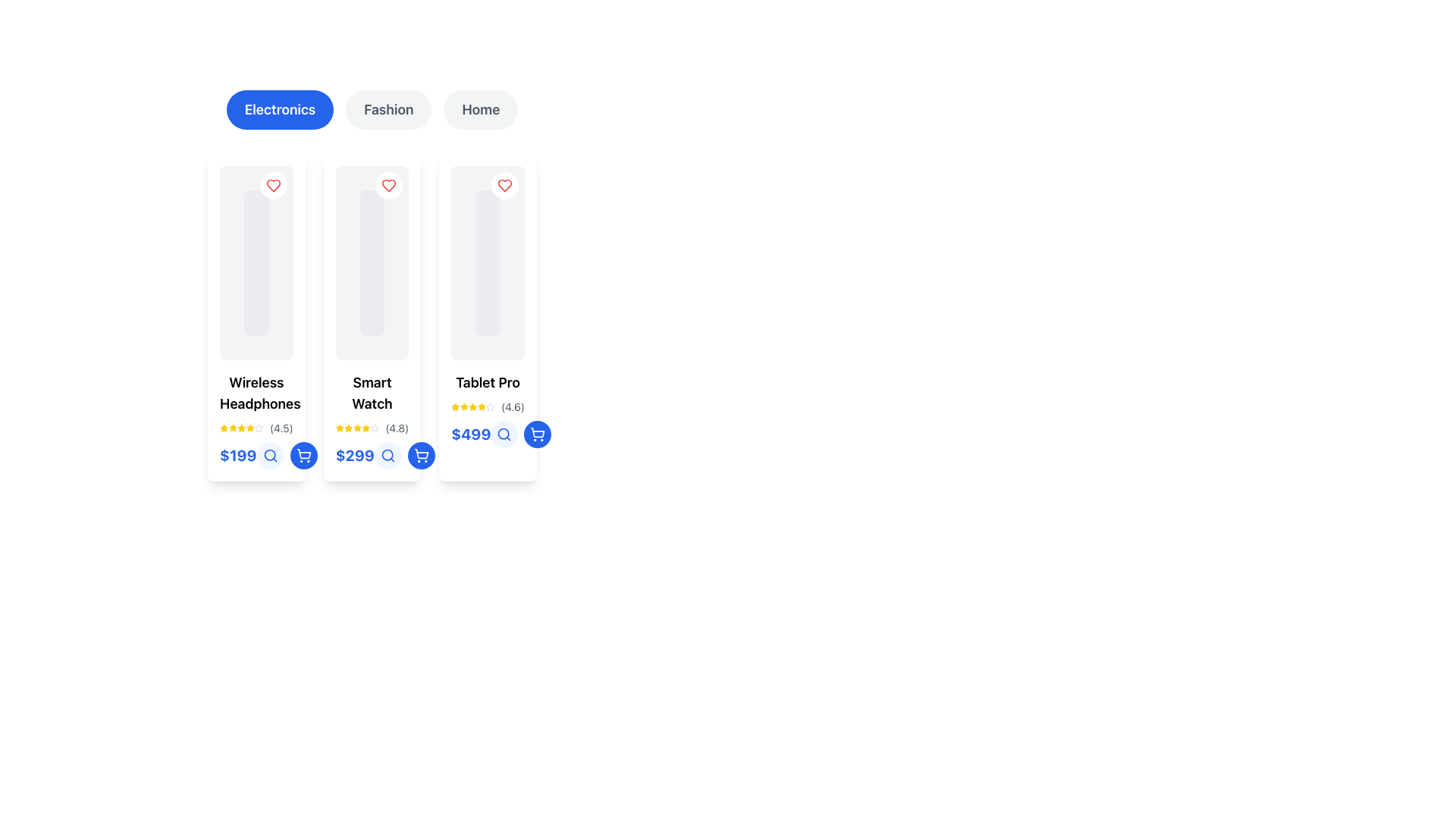 The height and width of the screenshot is (819, 1456). What do you see at coordinates (455, 406) in the screenshot?
I see `the yellow star icon located in the rating section of the Tablet Pro product card` at bounding box center [455, 406].